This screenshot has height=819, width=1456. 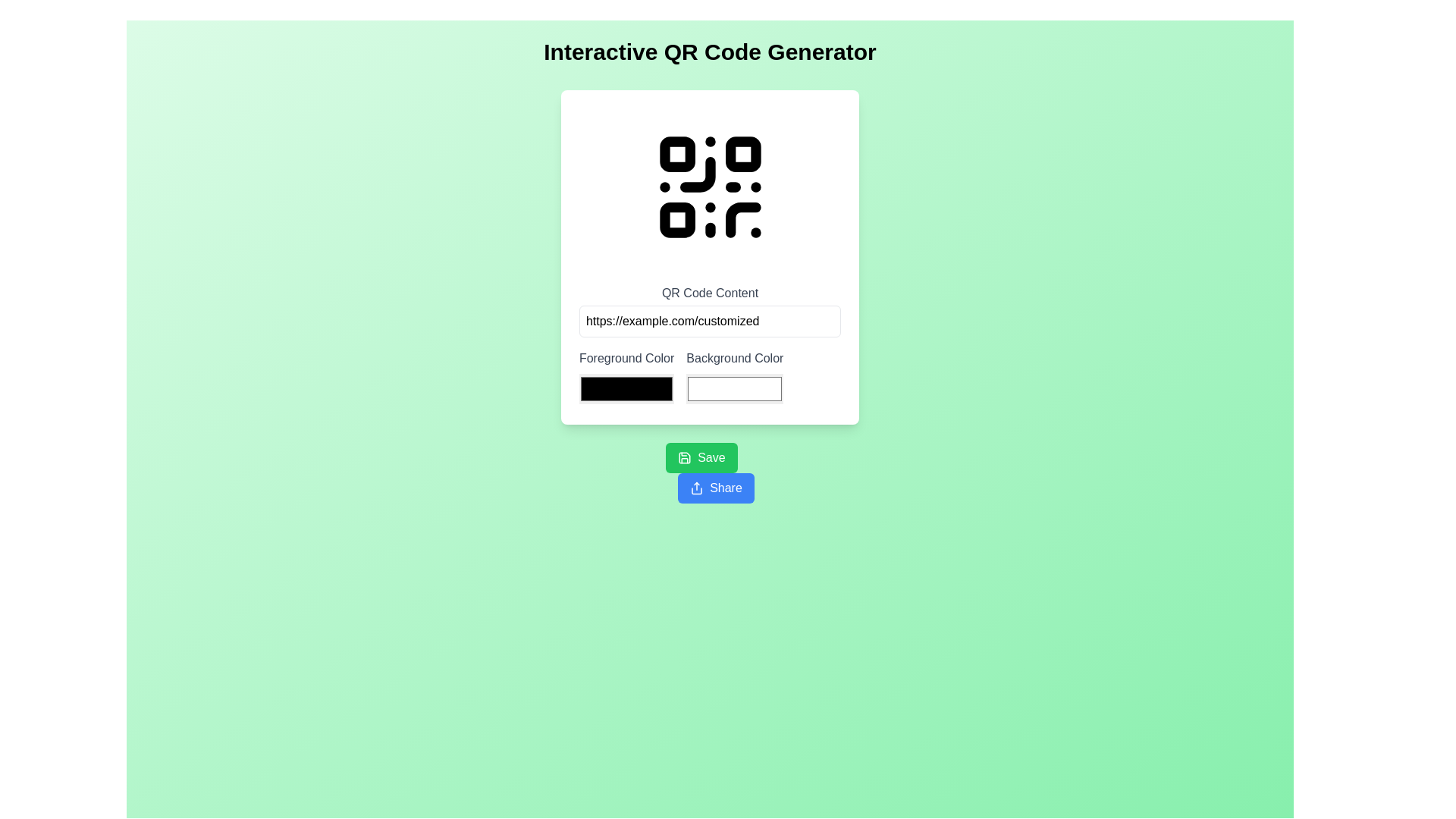 I want to click on the 'Background Color' text label displayed in light gray font, located above the color selection input field in the upper right section of the white configuration panel, so click(x=735, y=359).